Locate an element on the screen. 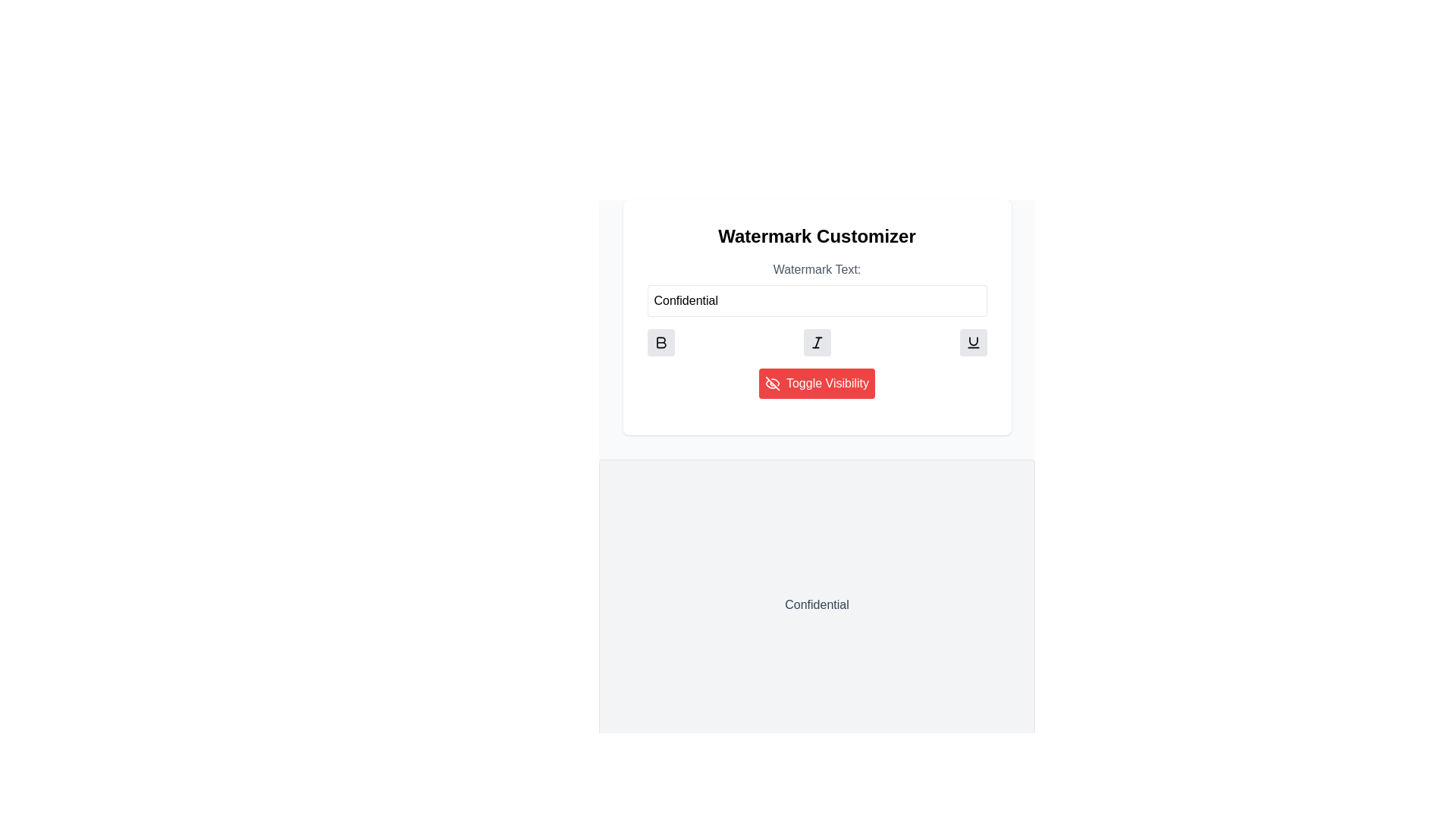 The image size is (1456, 819). the bold toggle button located directly below the 'Watermark Text' input field is located at coordinates (661, 342).